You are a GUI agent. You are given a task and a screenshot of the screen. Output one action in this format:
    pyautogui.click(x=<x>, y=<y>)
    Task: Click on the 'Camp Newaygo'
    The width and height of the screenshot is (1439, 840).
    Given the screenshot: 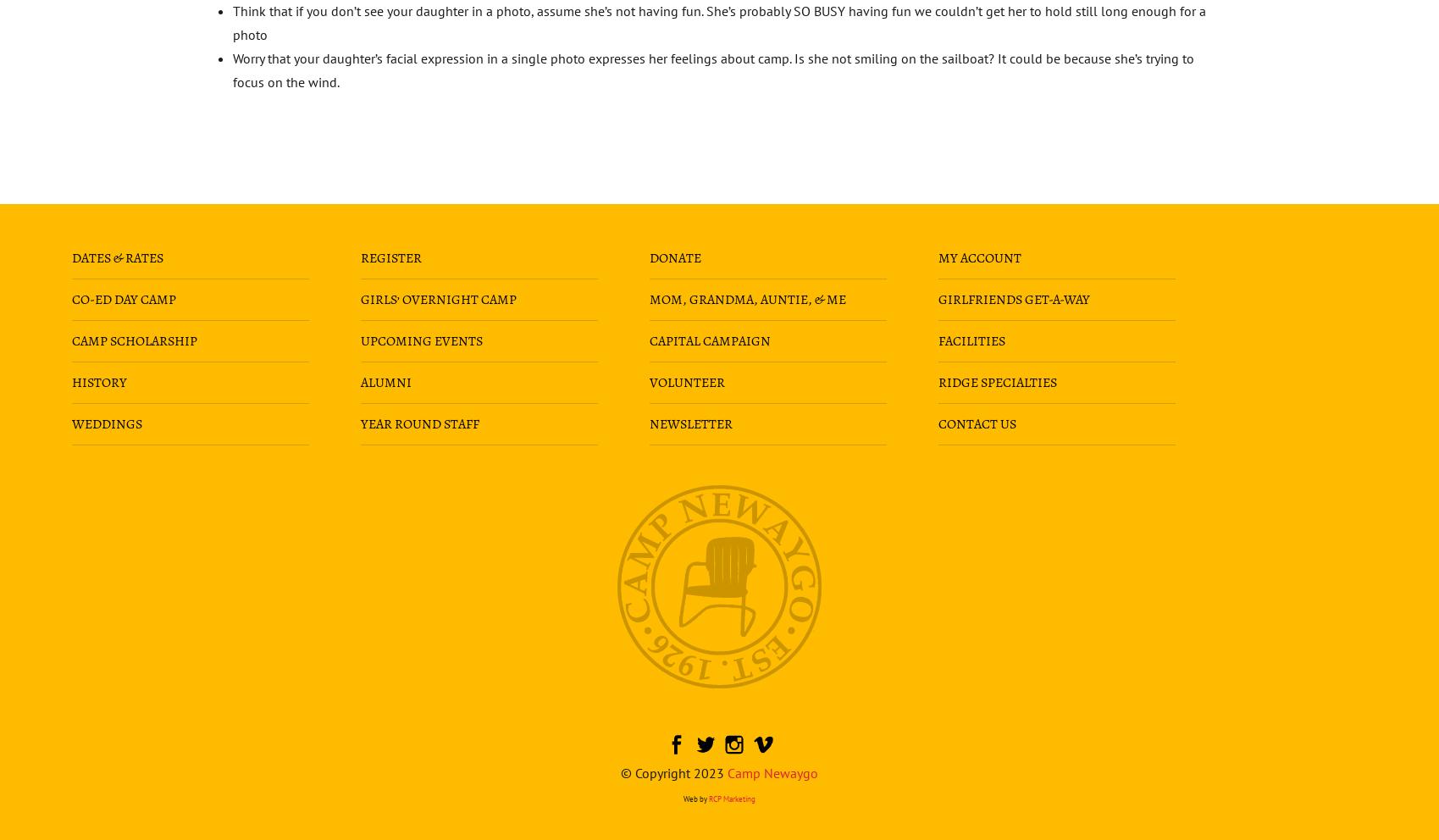 What is the action you would take?
    pyautogui.click(x=772, y=771)
    